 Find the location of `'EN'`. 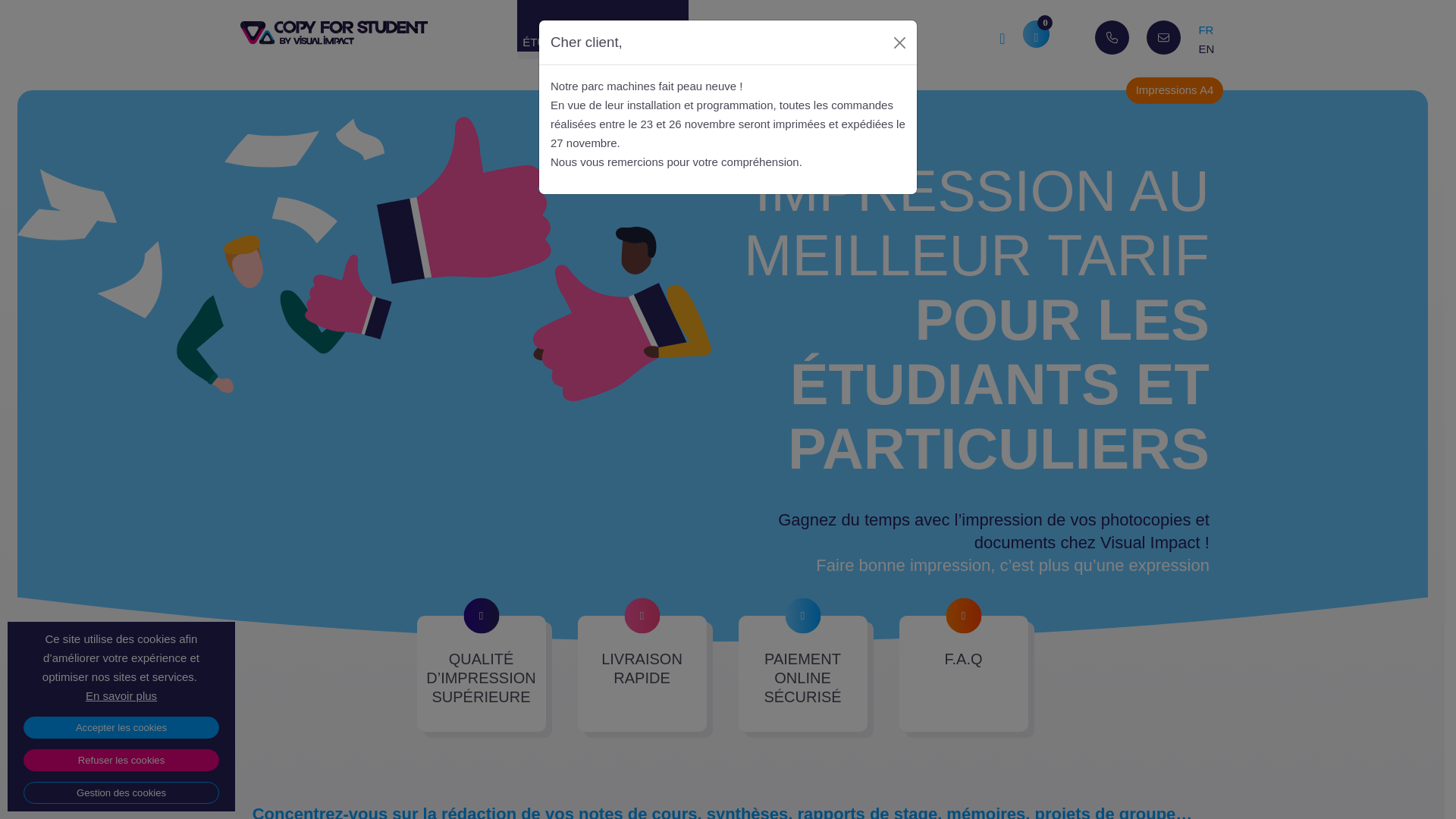

'EN' is located at coordinates (1197, 48).